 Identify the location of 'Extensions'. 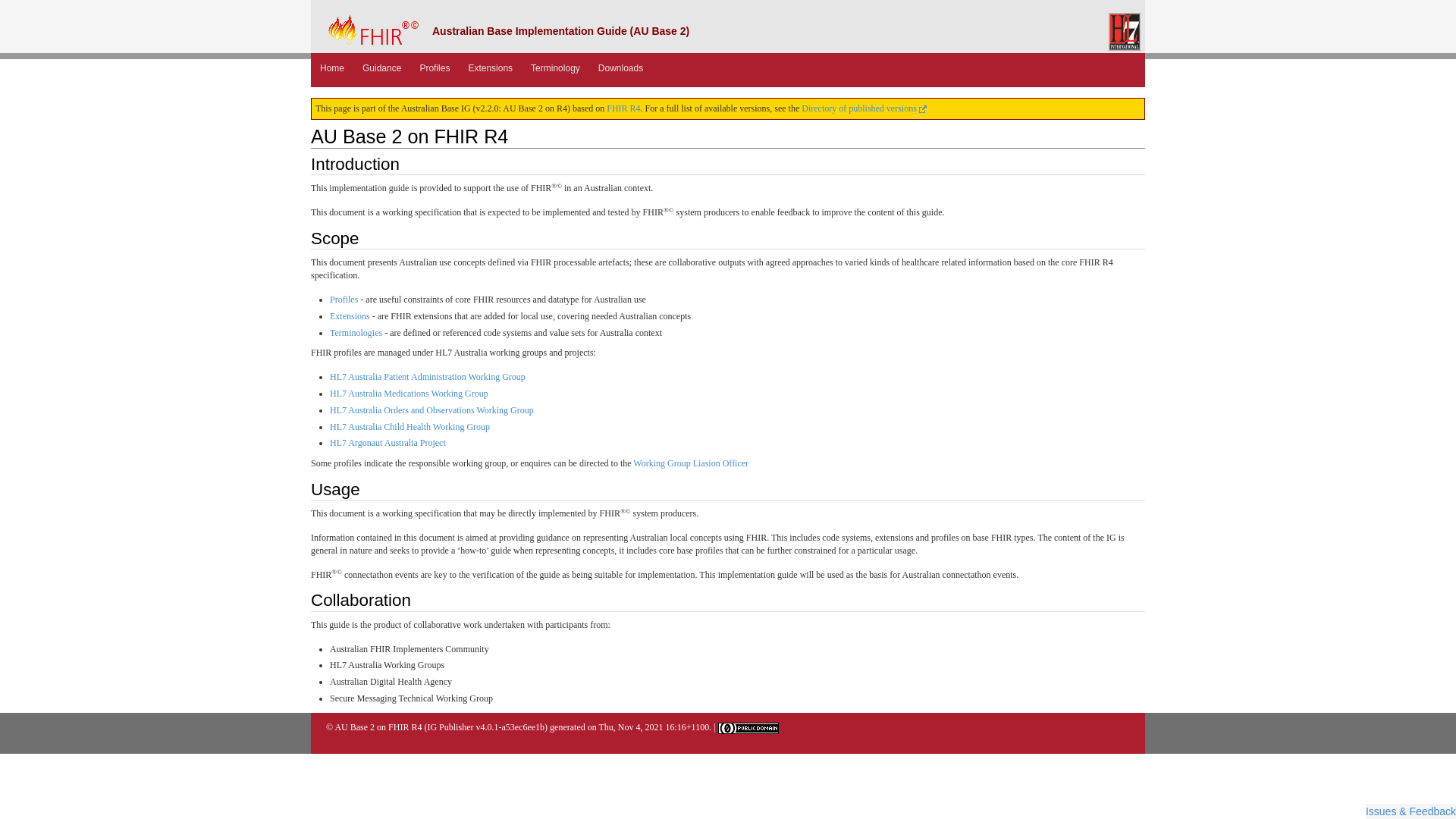
(349, 315).